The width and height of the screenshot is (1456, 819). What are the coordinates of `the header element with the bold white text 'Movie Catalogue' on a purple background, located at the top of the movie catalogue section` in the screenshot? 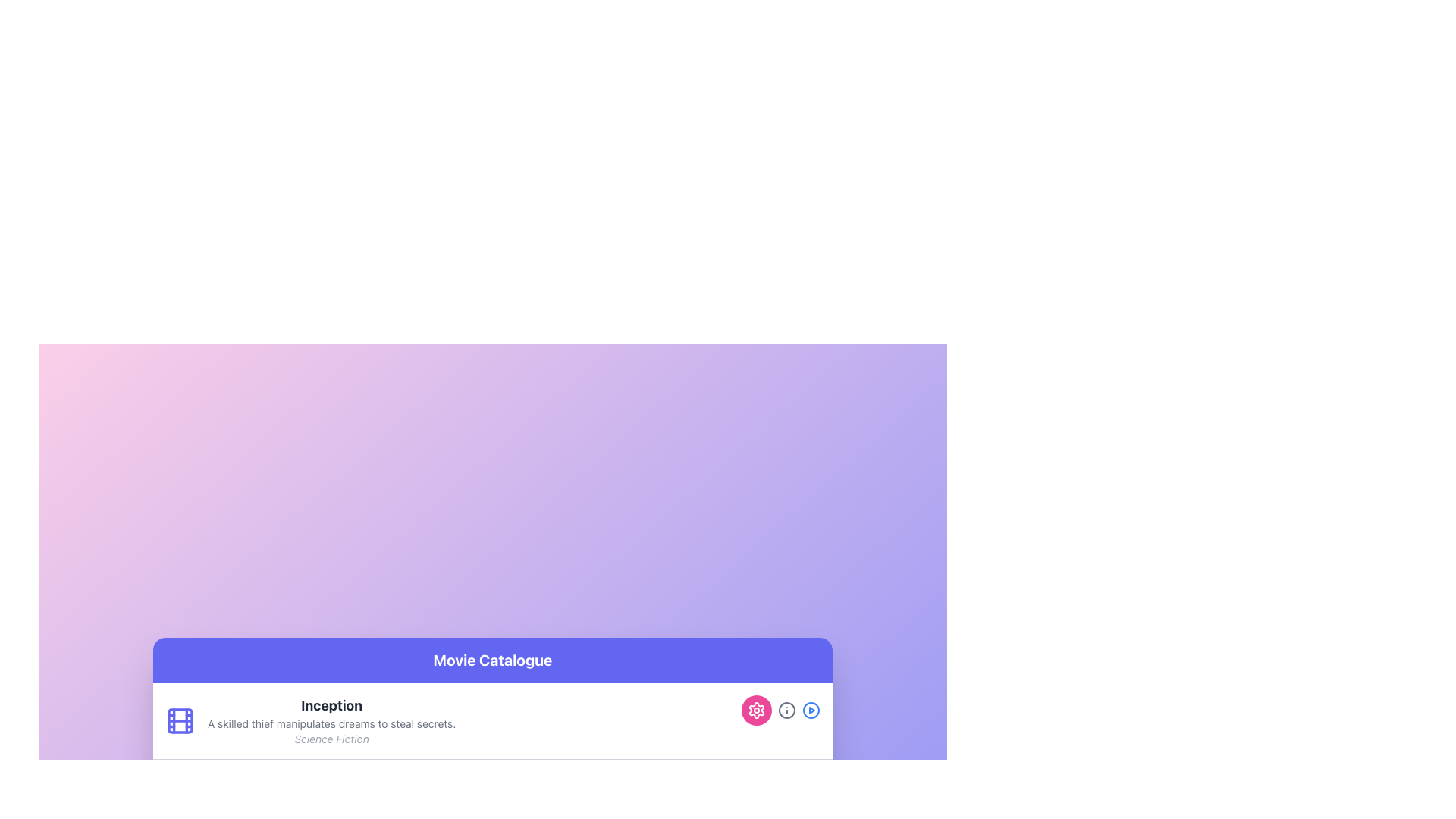 It's located at (492, 659).